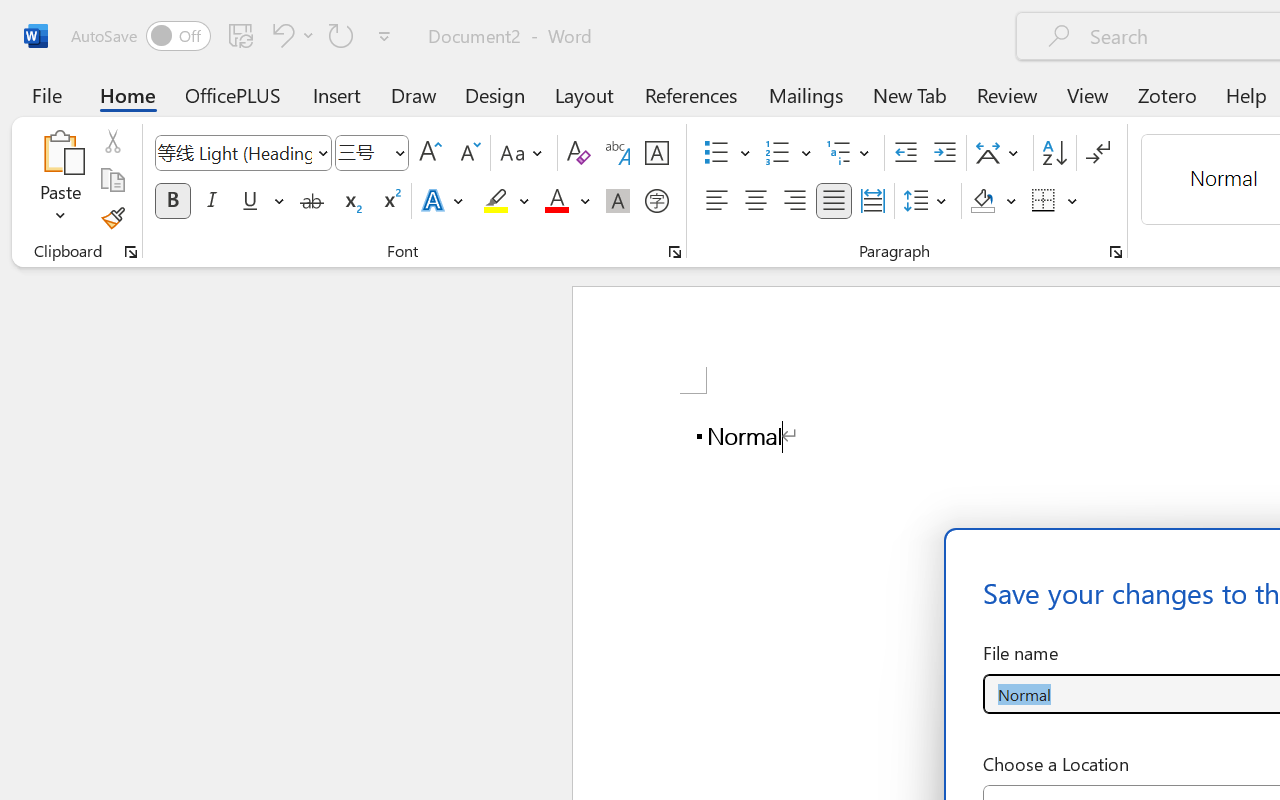 This screenshot has width=1280, height=800. What do you see at coordinates (234, 35) in the screenshot?
I see `'Quick Access Toolbar'` at bounding box center [234, 35].